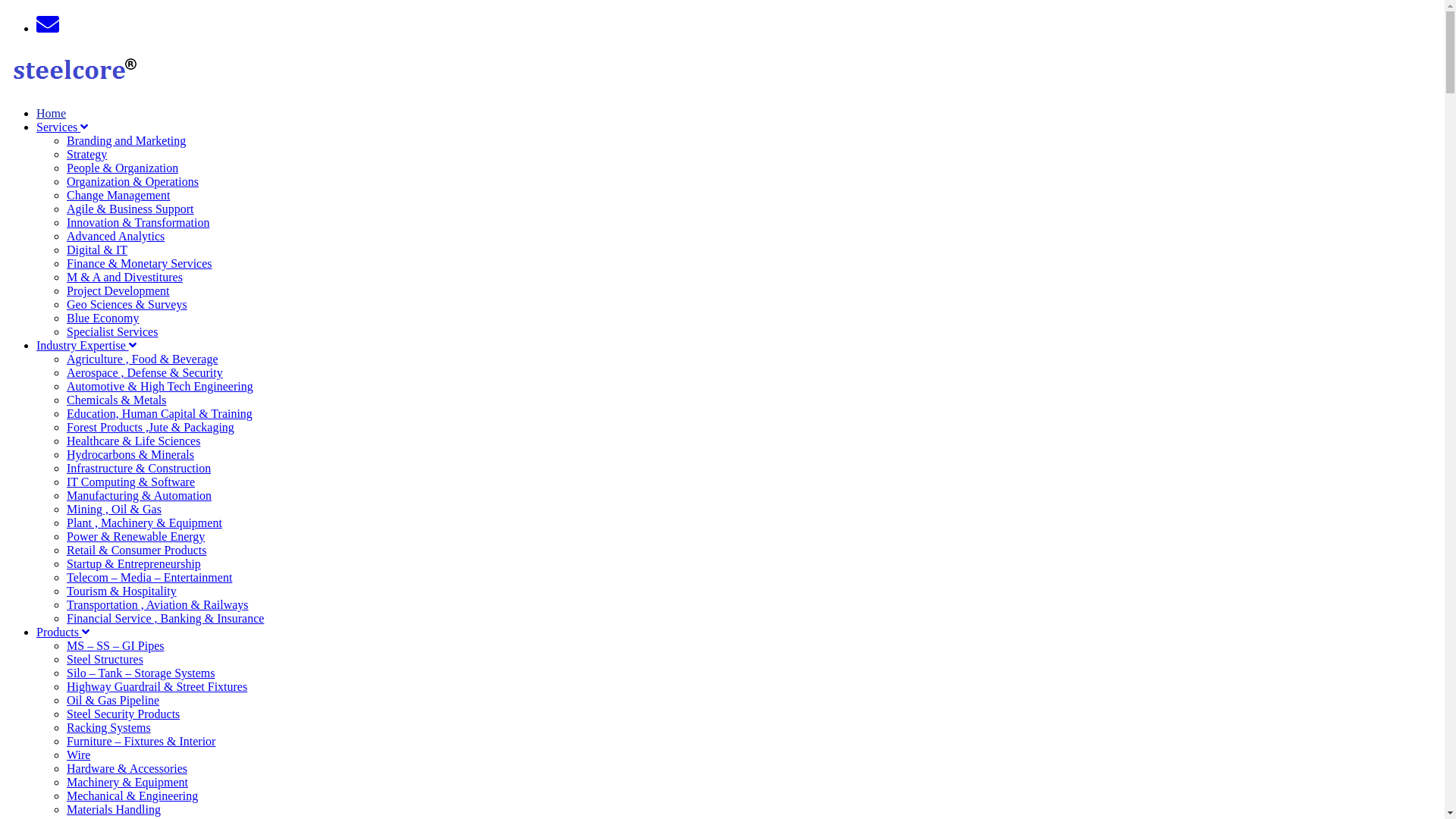 This screenshot has width=1456, height=819. Describe the element at coordinates (121, 590) in the screenshot. I see `'Tourism & Hospitality'` at that location.